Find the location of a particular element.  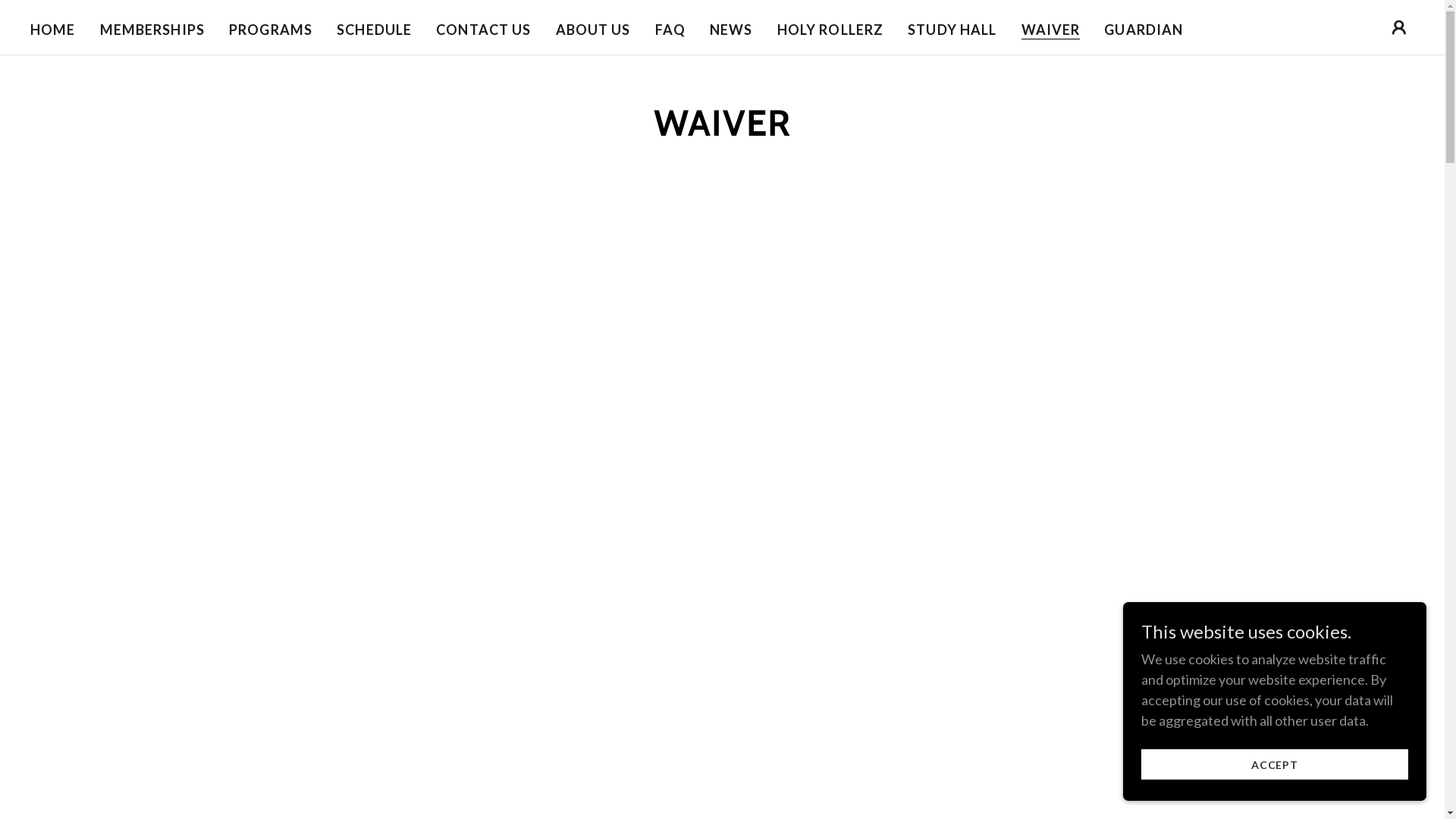

'PROGRAMS' is located at coordinates (224, 29).